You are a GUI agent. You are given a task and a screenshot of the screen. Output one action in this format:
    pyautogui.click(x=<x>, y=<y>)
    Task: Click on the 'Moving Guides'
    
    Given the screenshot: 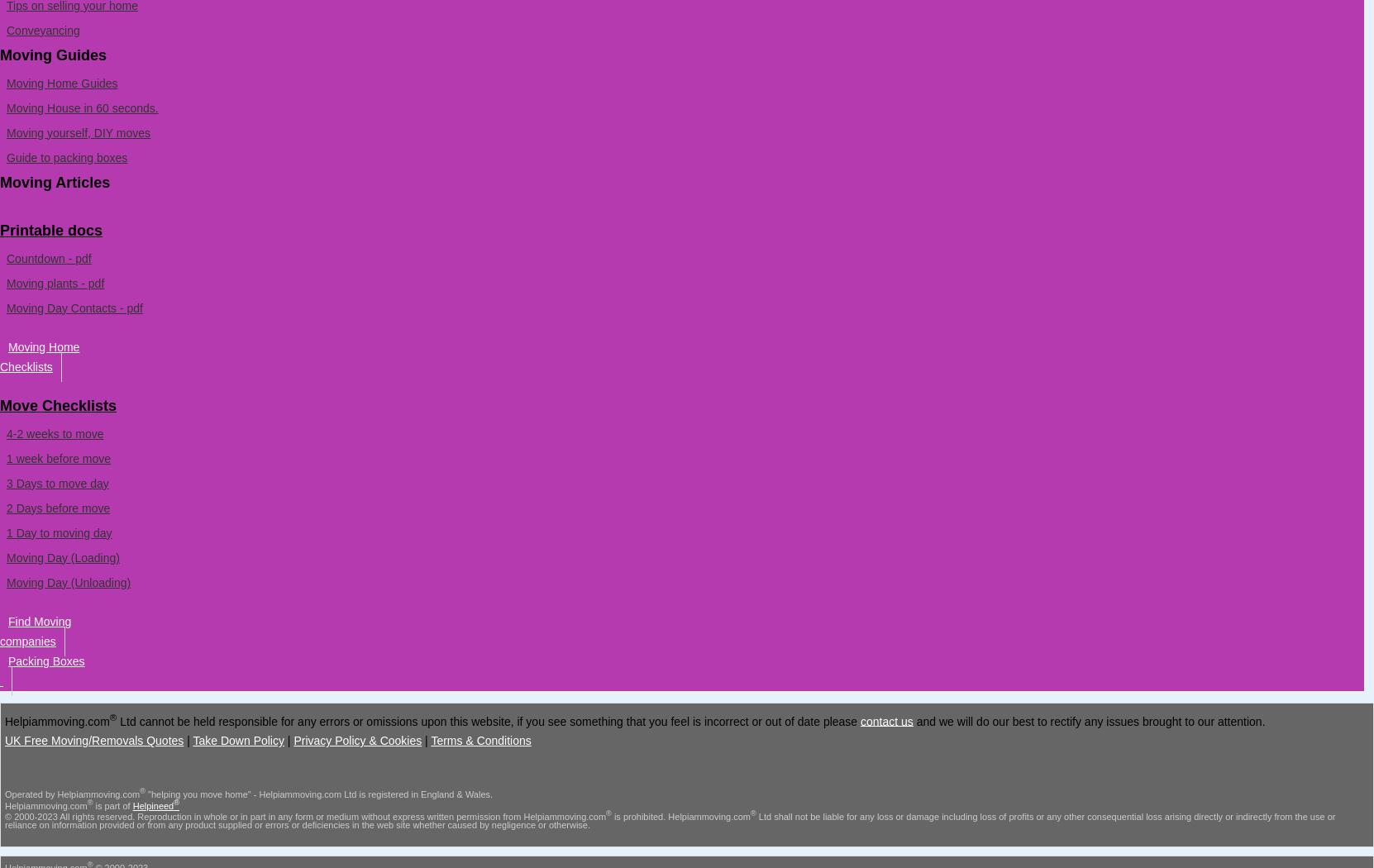 What is the action you would take?
    pyautogui.click(x=52, y=54)
    